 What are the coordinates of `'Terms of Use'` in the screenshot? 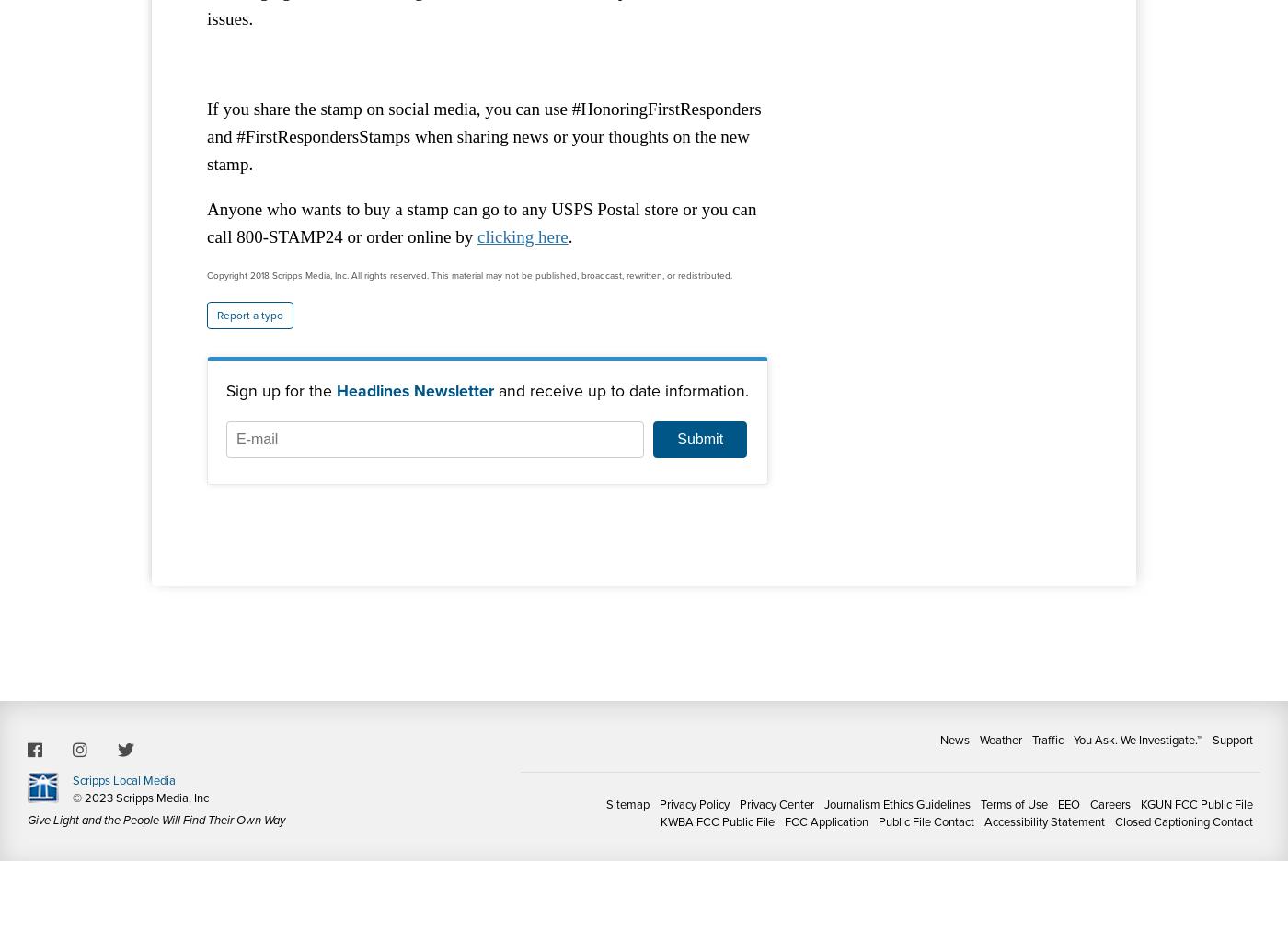 It's located at (980, 804).